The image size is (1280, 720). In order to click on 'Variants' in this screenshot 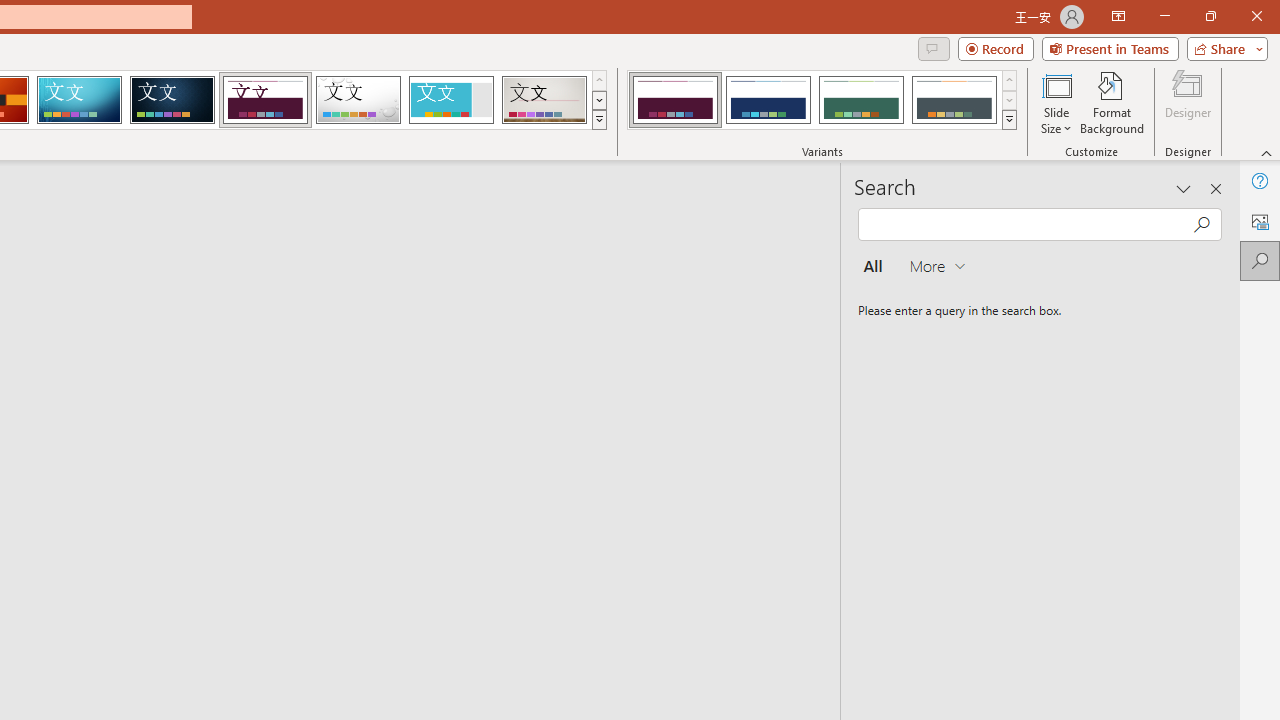, I will do `click(1009, 120)`.